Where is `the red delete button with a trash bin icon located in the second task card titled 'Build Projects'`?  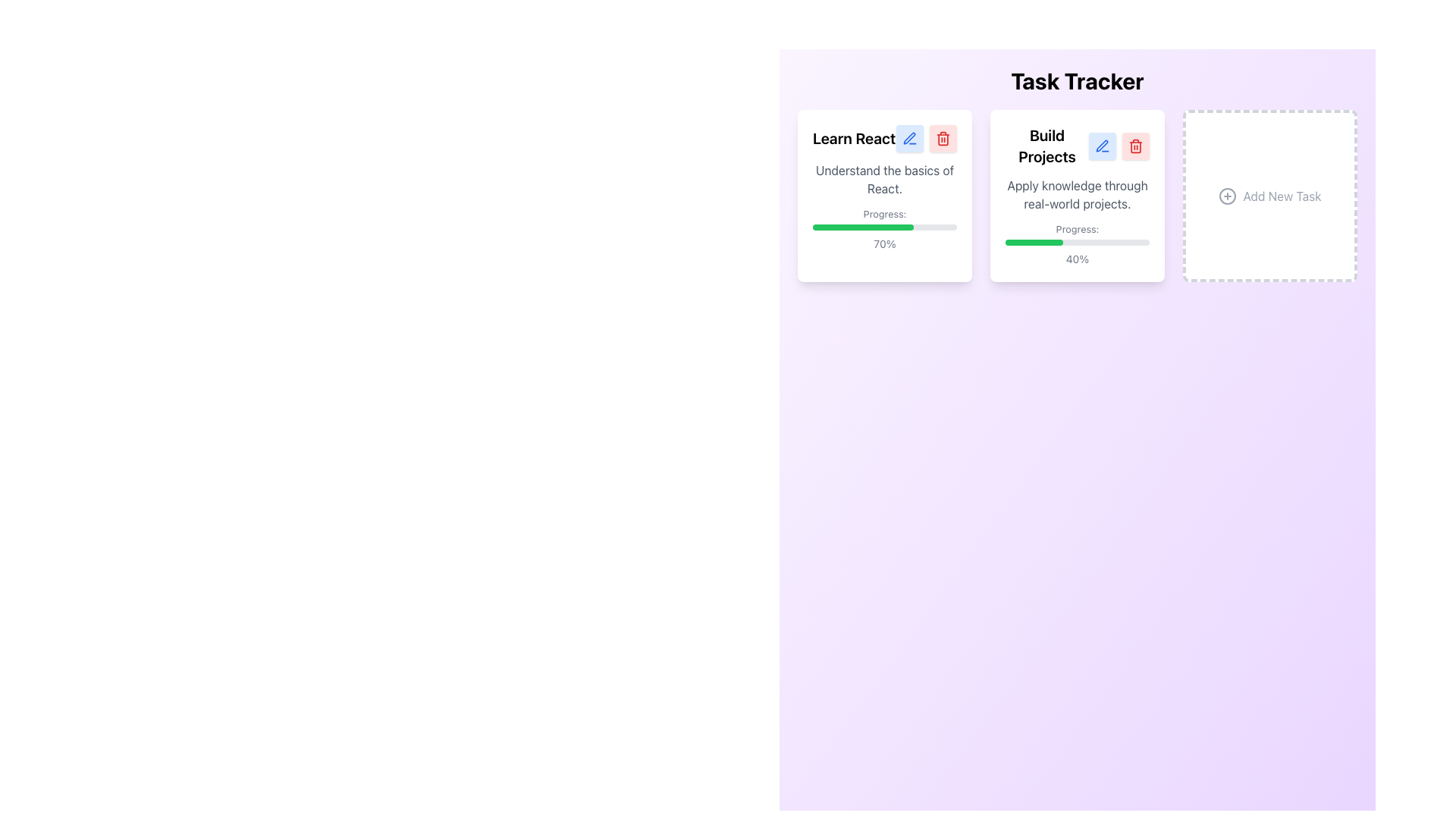
the red delete button with a trash bin icon located in the second task card titled 'Build Projects' is located at coordinates (1135, 146).